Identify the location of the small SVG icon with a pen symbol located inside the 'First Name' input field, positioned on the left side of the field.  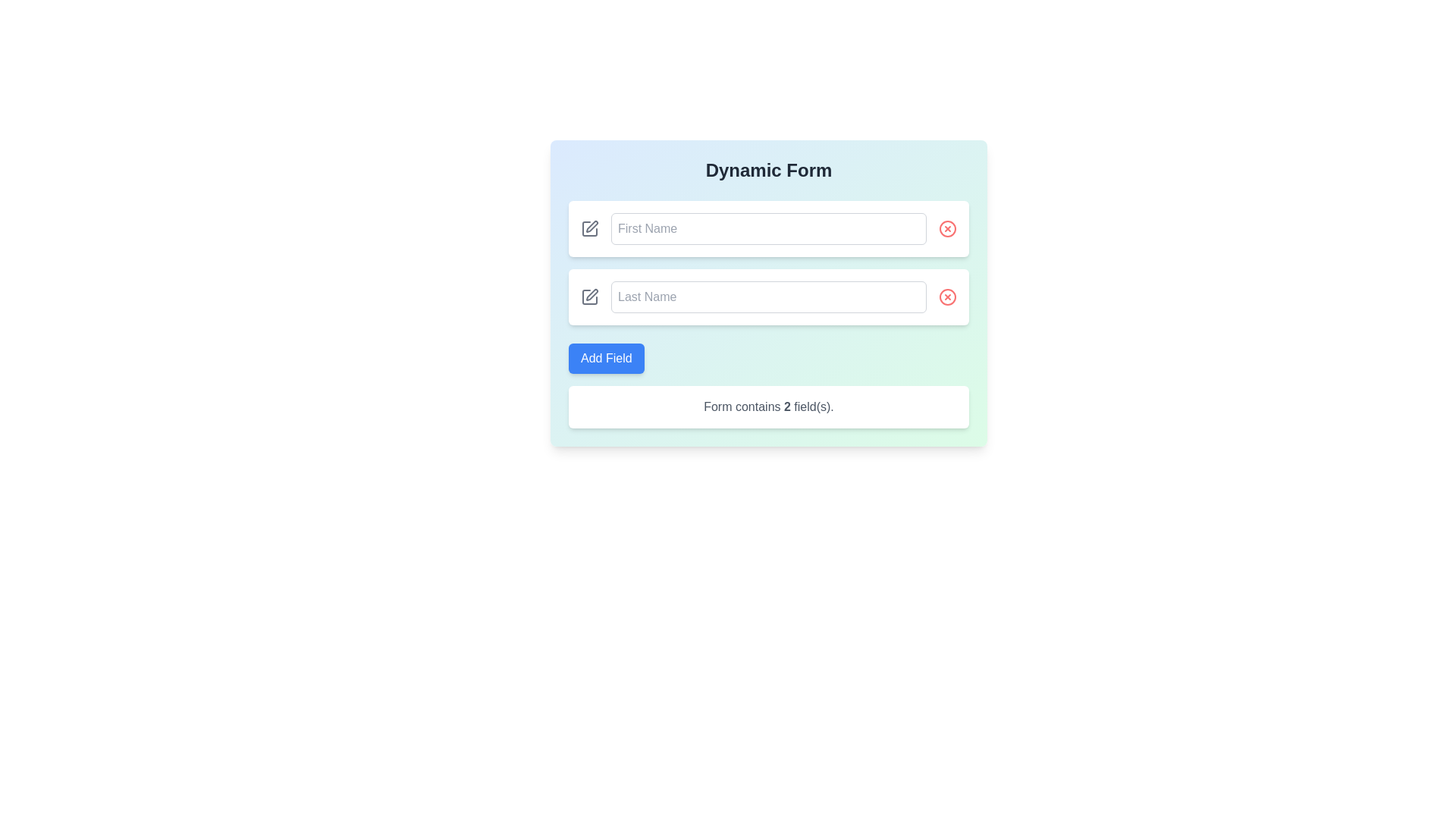
(591, 227).